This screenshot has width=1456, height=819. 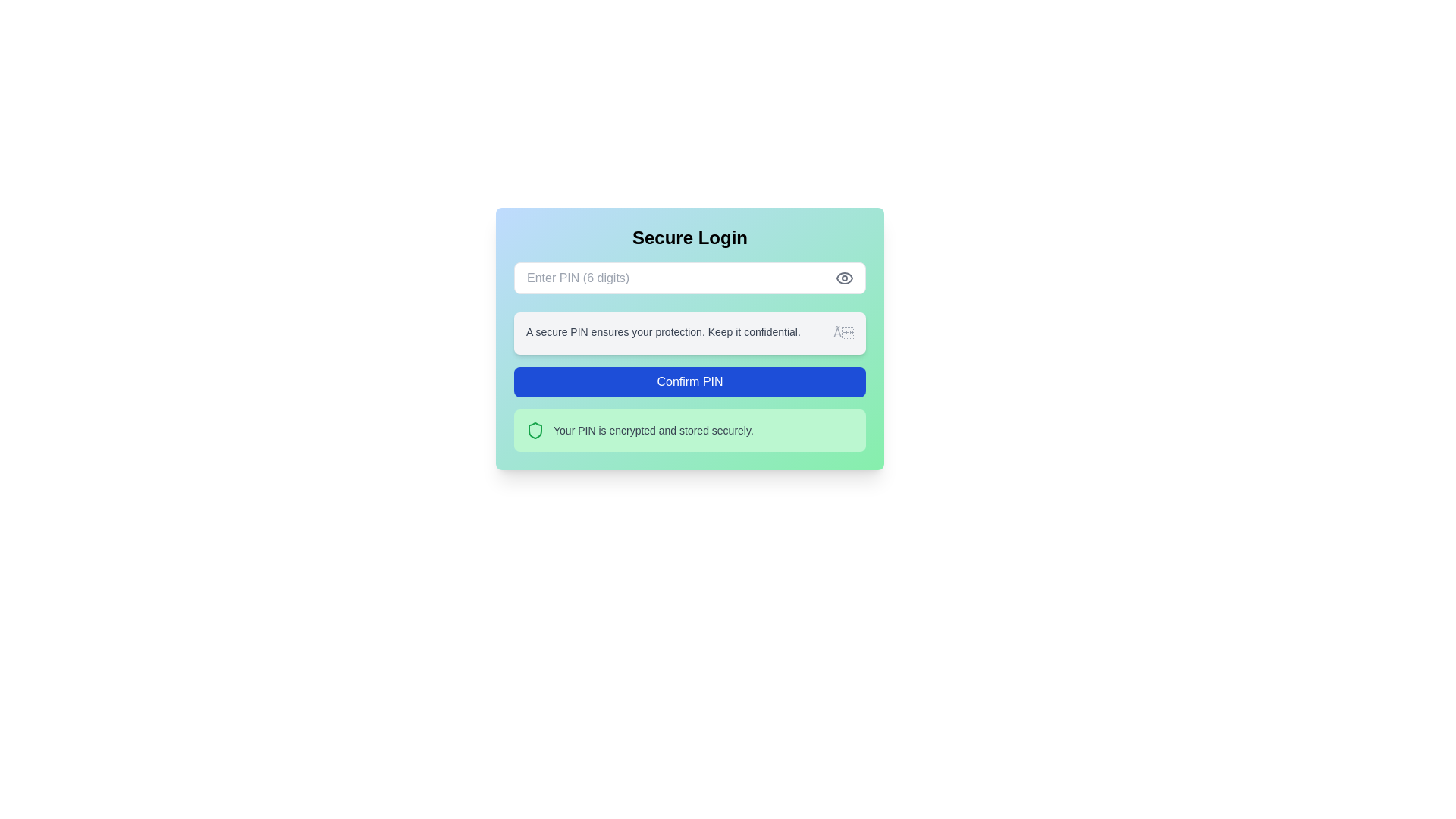 I want to click on the eye icon inside the password input field, so click(x=843, y=278).